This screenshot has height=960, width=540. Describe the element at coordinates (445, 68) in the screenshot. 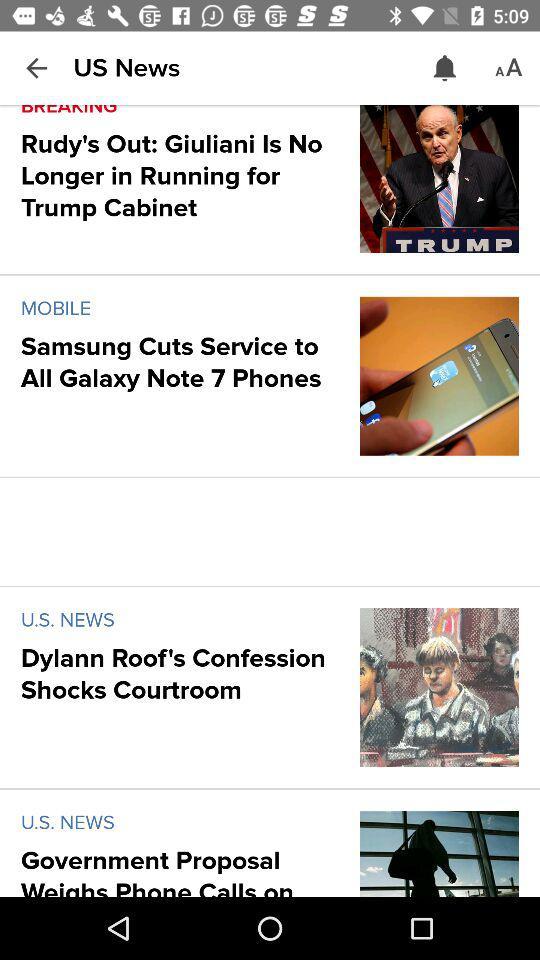

I see `icon next to the us news item` at that location.